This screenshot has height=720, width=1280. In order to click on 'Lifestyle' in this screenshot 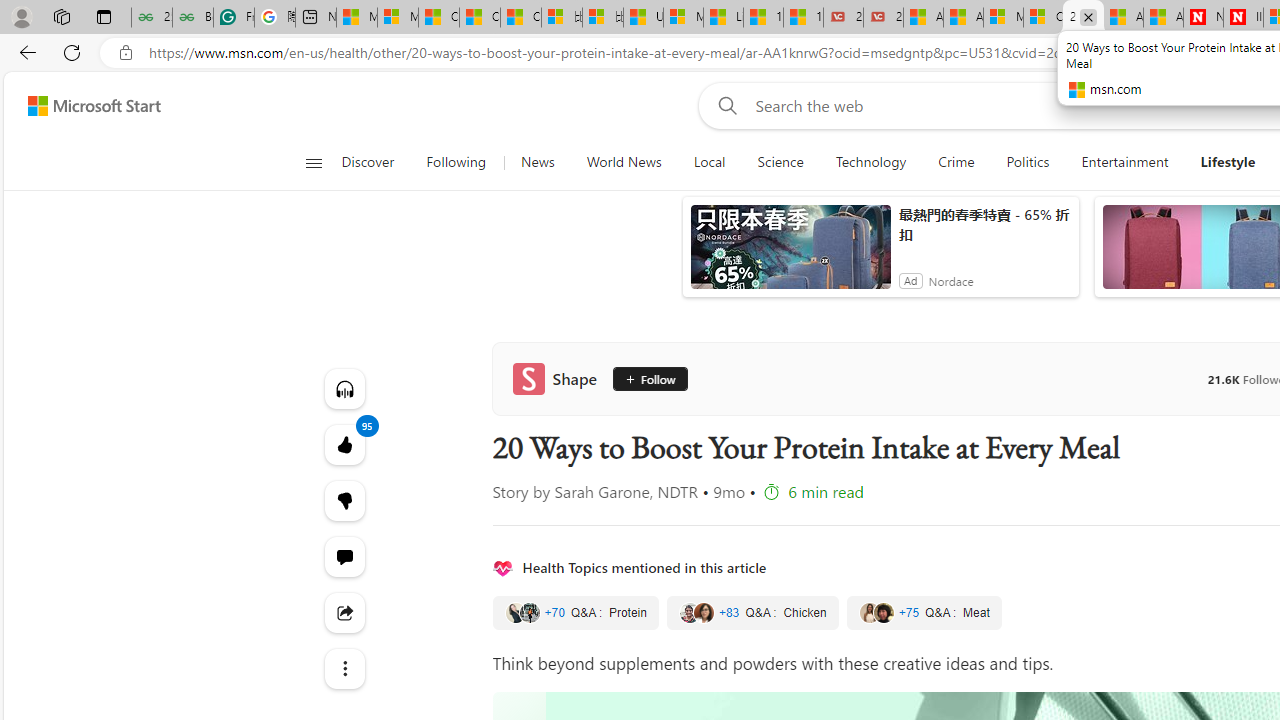, I will do `click(1227, 162)`.